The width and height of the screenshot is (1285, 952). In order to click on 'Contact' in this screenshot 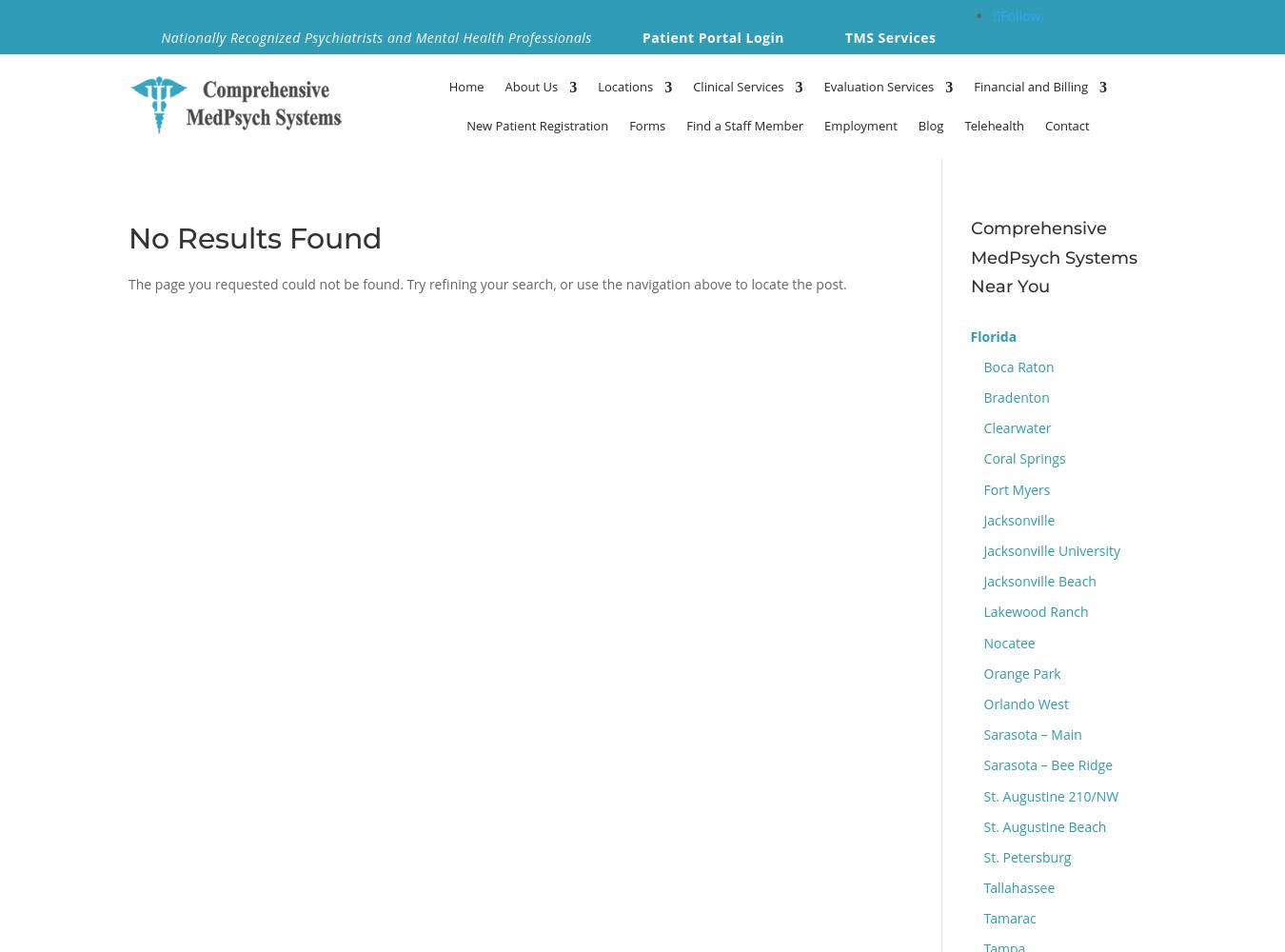, I will do `click(1044, 125)`.